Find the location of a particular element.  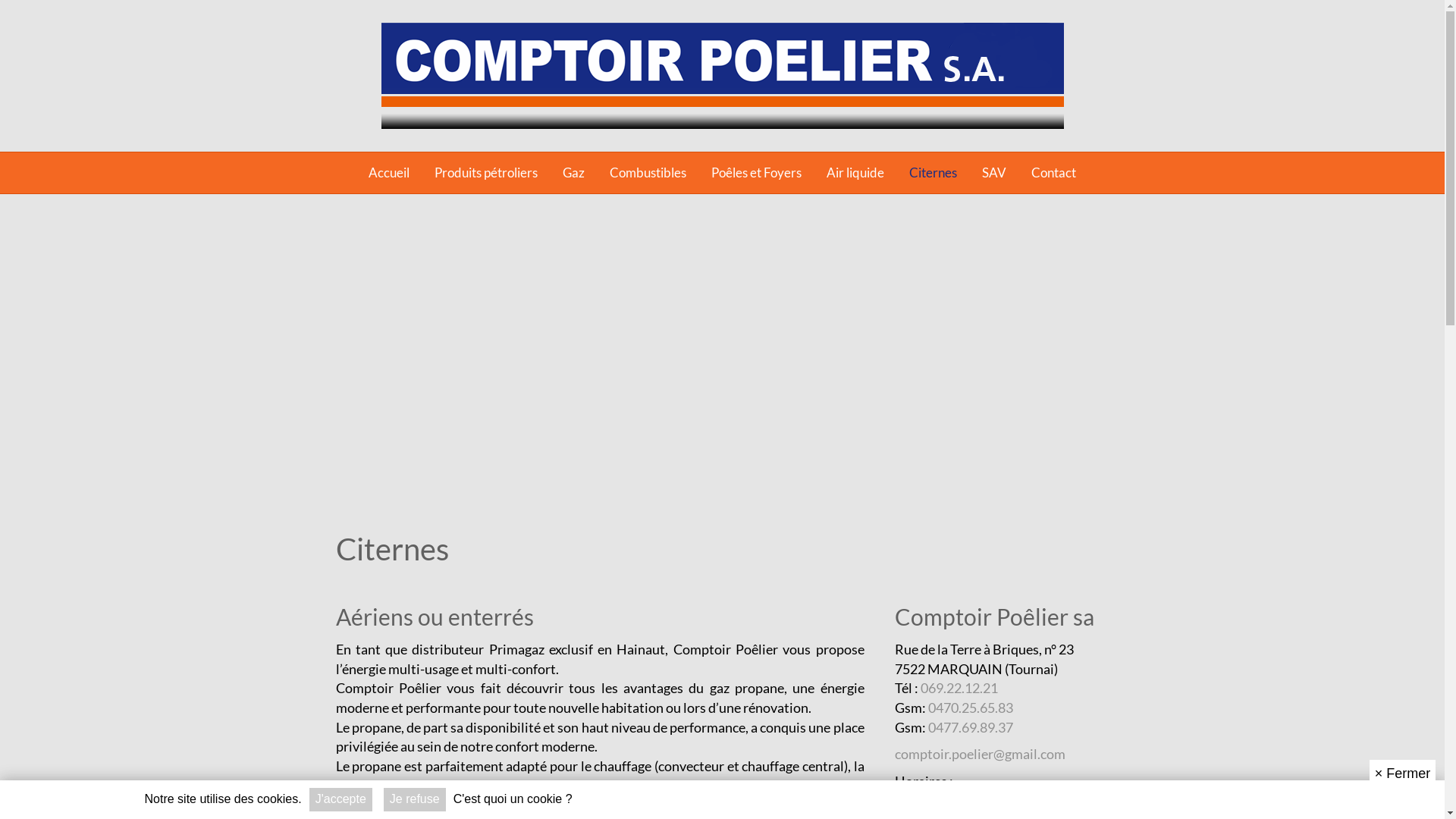

'Combustibles' is located at coordinates (648, 171).